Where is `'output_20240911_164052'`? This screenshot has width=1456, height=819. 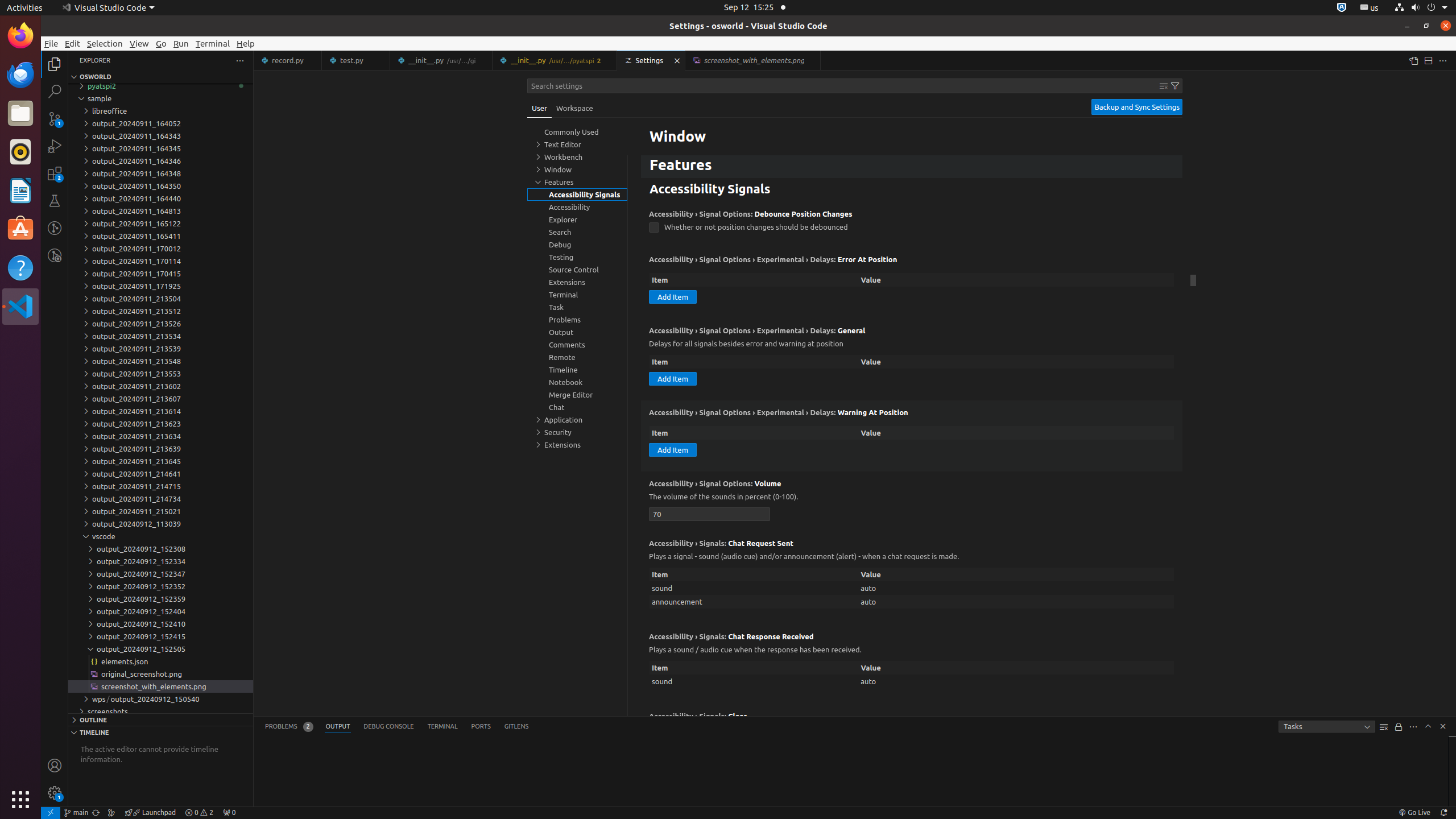 'output_20240911_164052' is located at coordinates (160, 123).